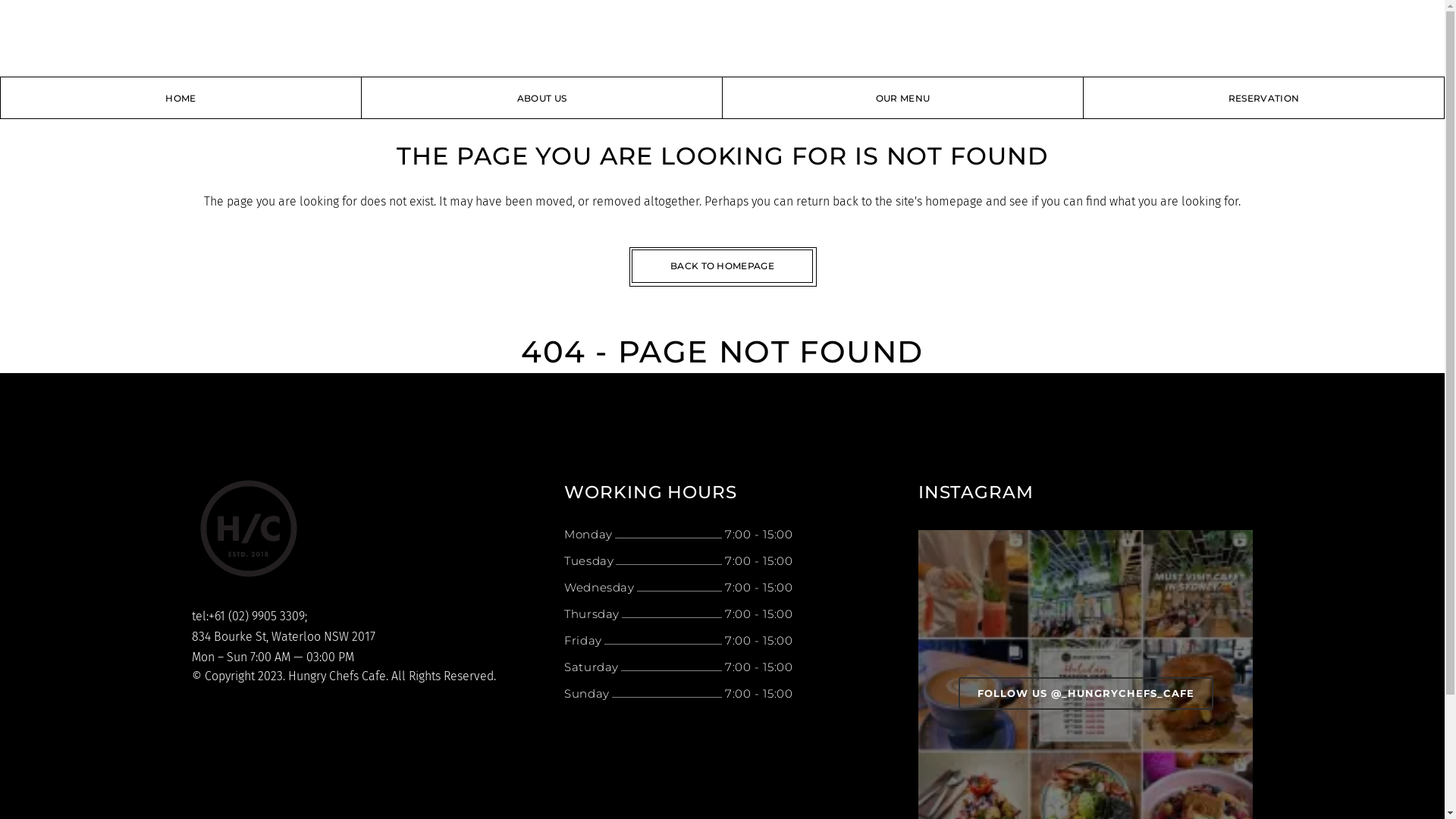 This screenshot has width=1456, height=819. I want to click on '834 Bourke St, Waterloo NSW 2017', so click(283, 636).